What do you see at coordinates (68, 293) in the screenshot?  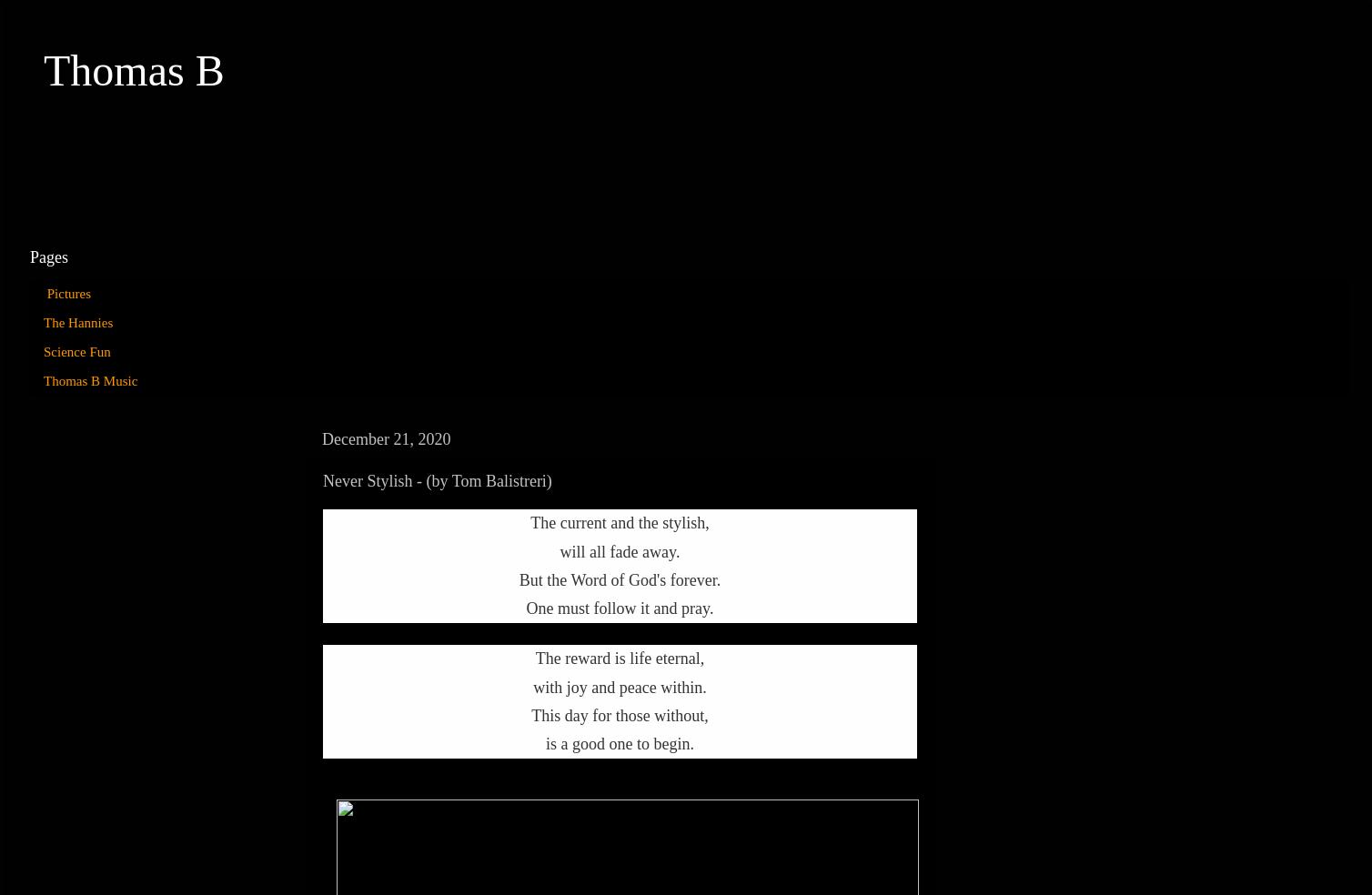 I see `'Pictures'` at bounding box center [68, 293].